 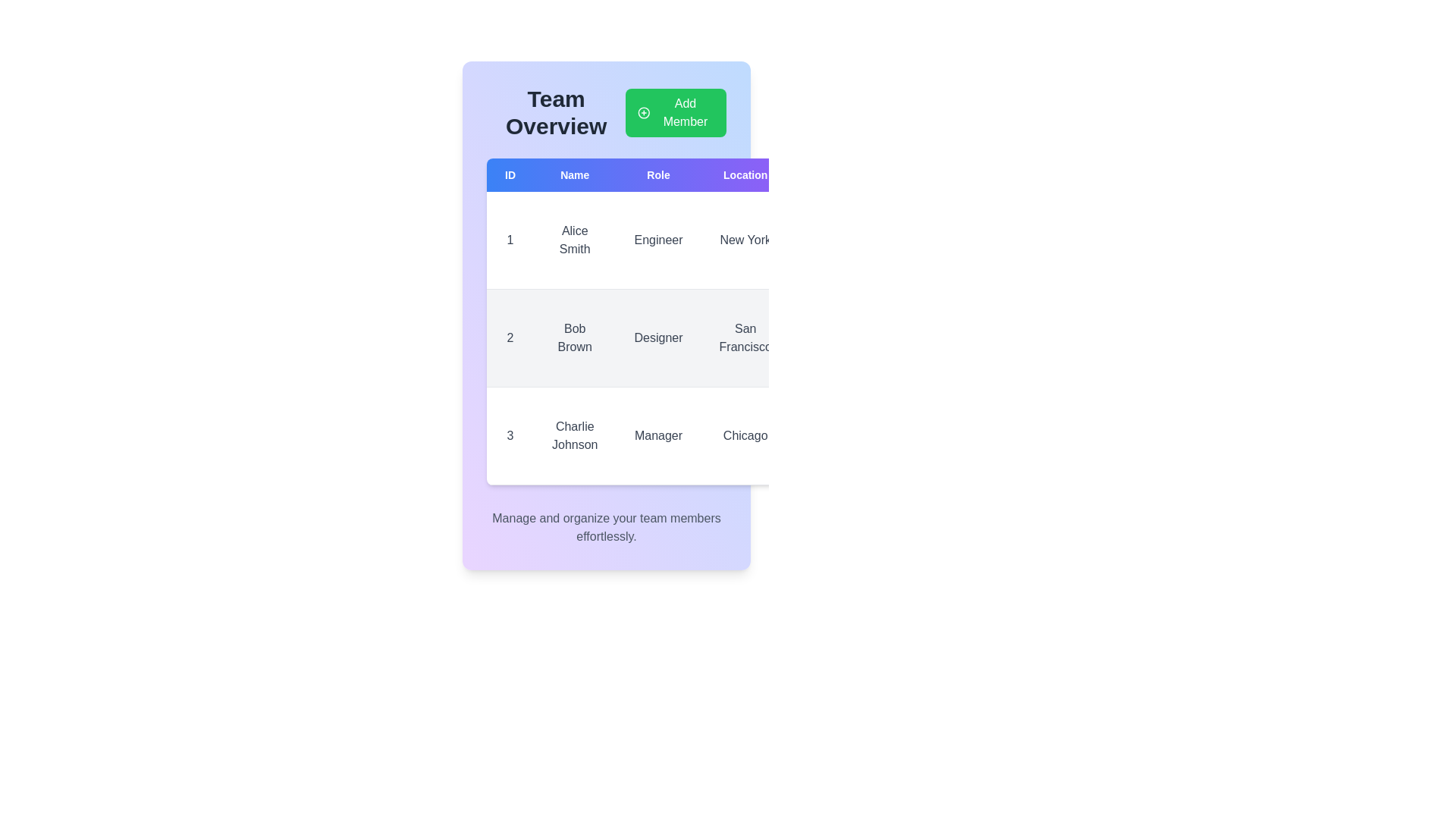 I want to click on the static text label displaying 'Engineer' in the 'Role' column for the entry 'Alice Smith', so click(x=658, y=240).